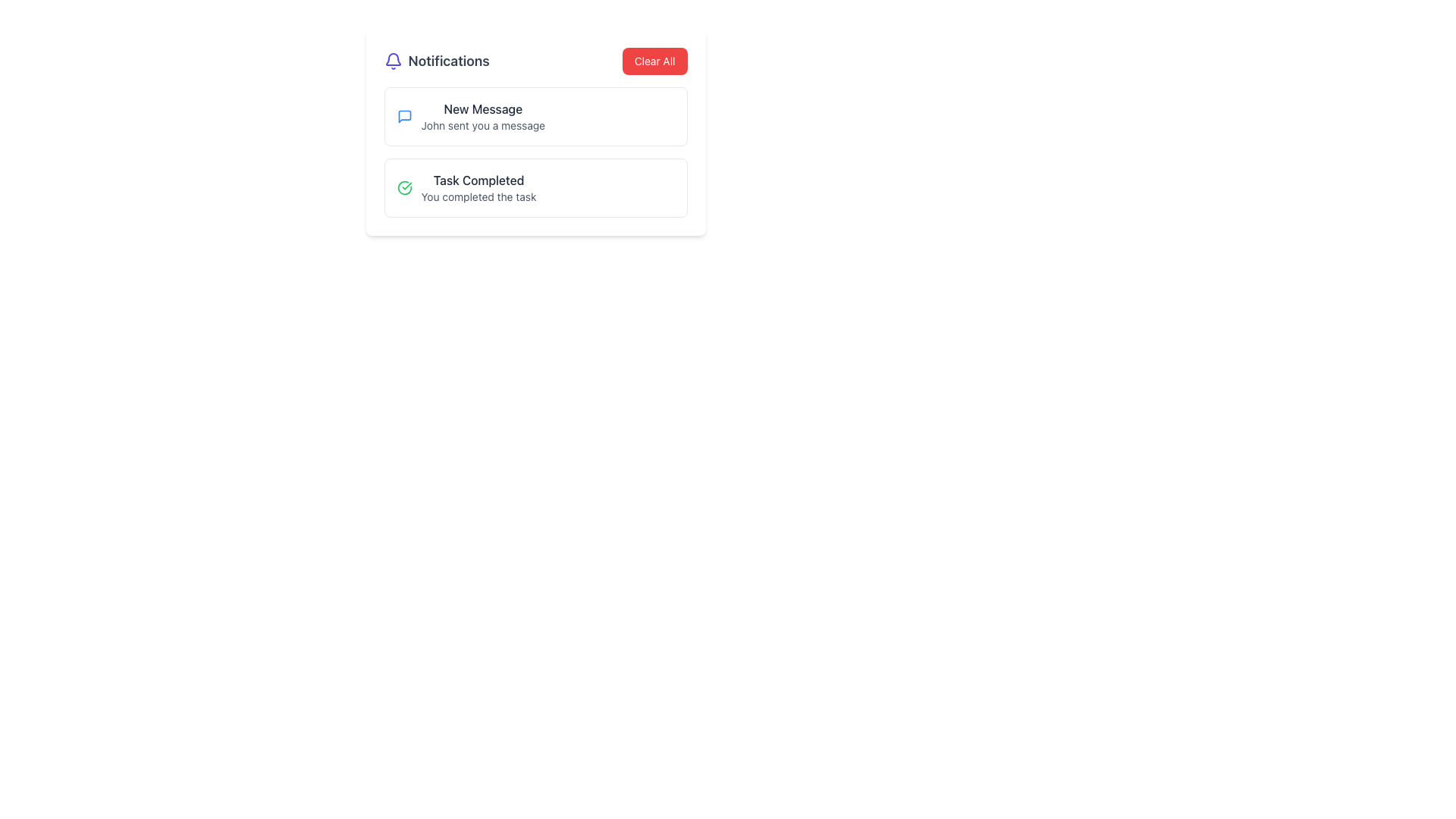 The image size is (1456, 819). Describe the element at coordinates (404, 116) in the screenshot. I see `the blue message square icon located in the top-left corner of the notification panel, next to the 'New Message' text` at that location.